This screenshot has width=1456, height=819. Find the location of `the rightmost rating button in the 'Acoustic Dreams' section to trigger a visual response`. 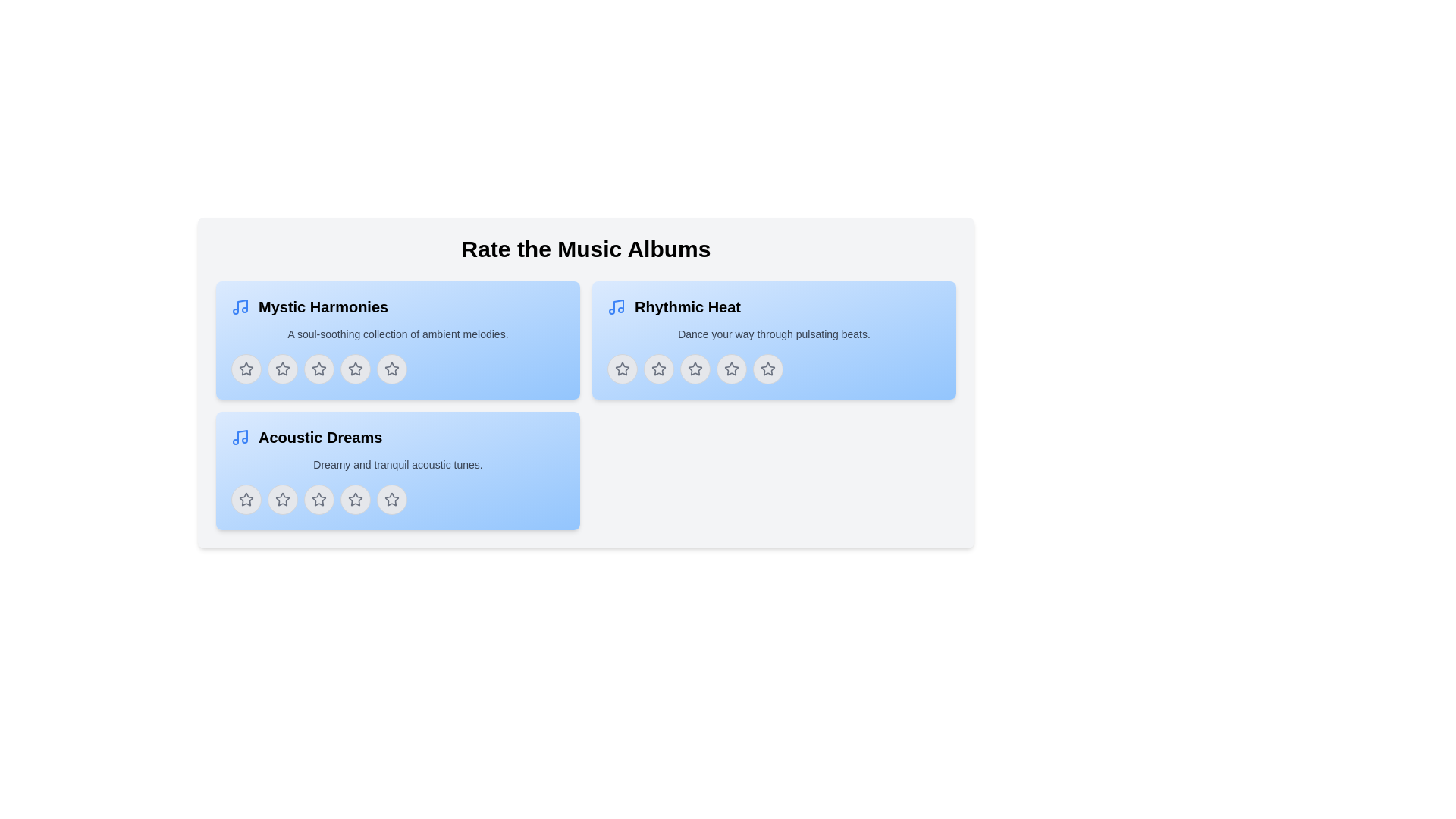

the rightmost rating button in the 'Acoustic Dreams' section to trigger a visual response is located at coordinates (392, 500).